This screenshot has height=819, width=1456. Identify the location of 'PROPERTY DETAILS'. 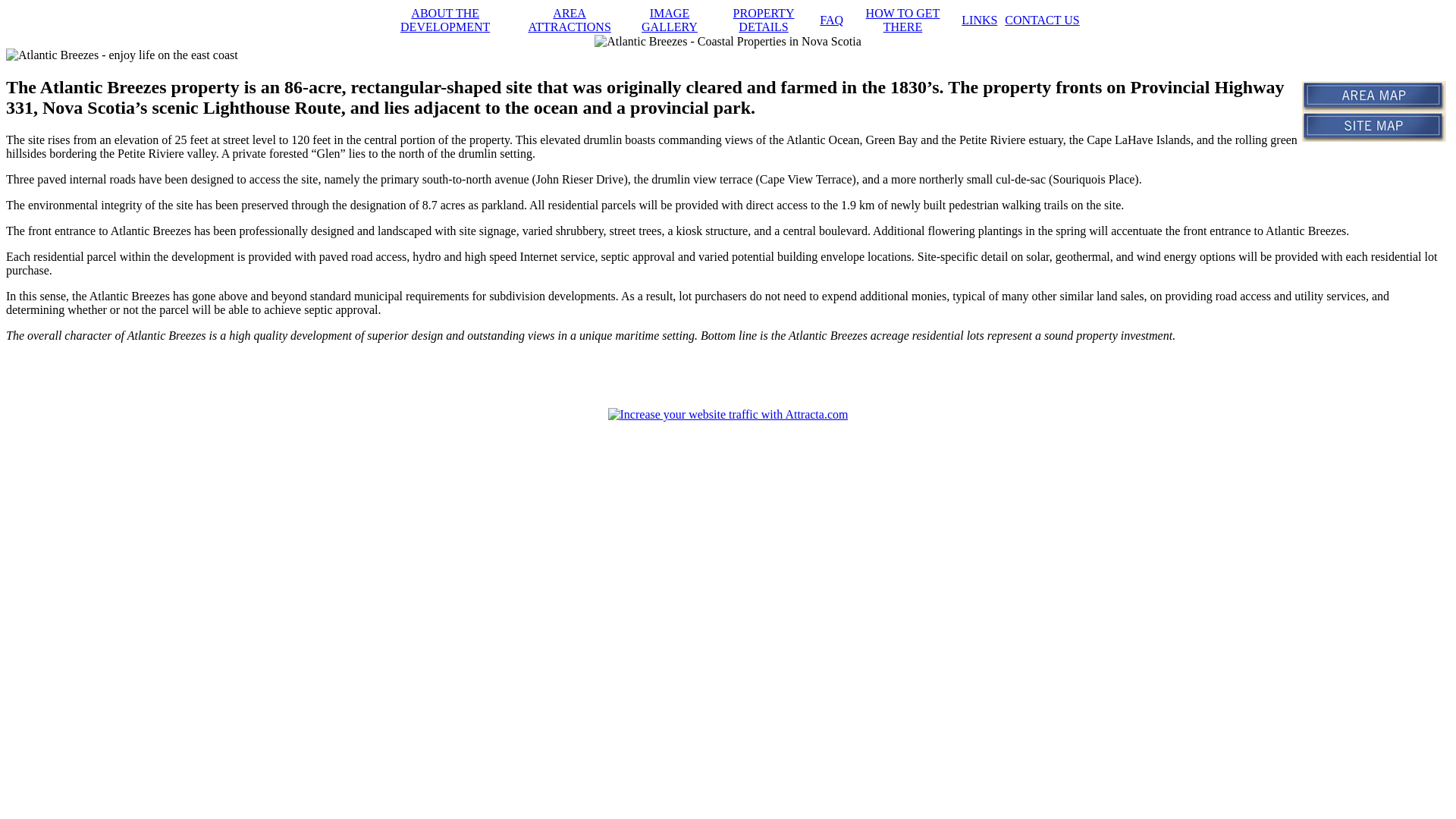
(764, 20).